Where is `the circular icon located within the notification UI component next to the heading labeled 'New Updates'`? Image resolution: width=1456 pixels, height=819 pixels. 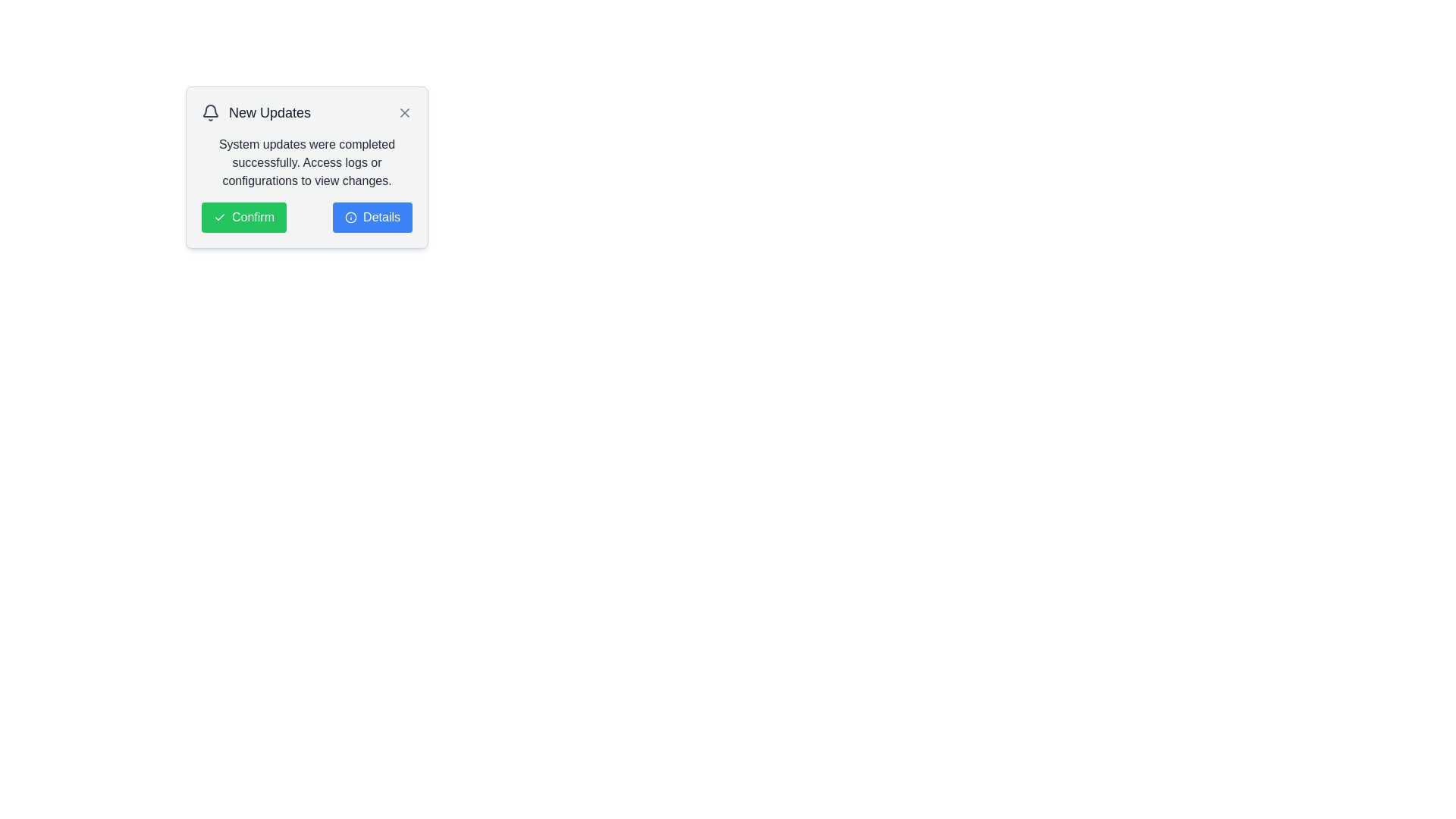 the circular icon located within the notification UI component next to the heading labeled 'New Updates' is located at coordinates (350, 217).